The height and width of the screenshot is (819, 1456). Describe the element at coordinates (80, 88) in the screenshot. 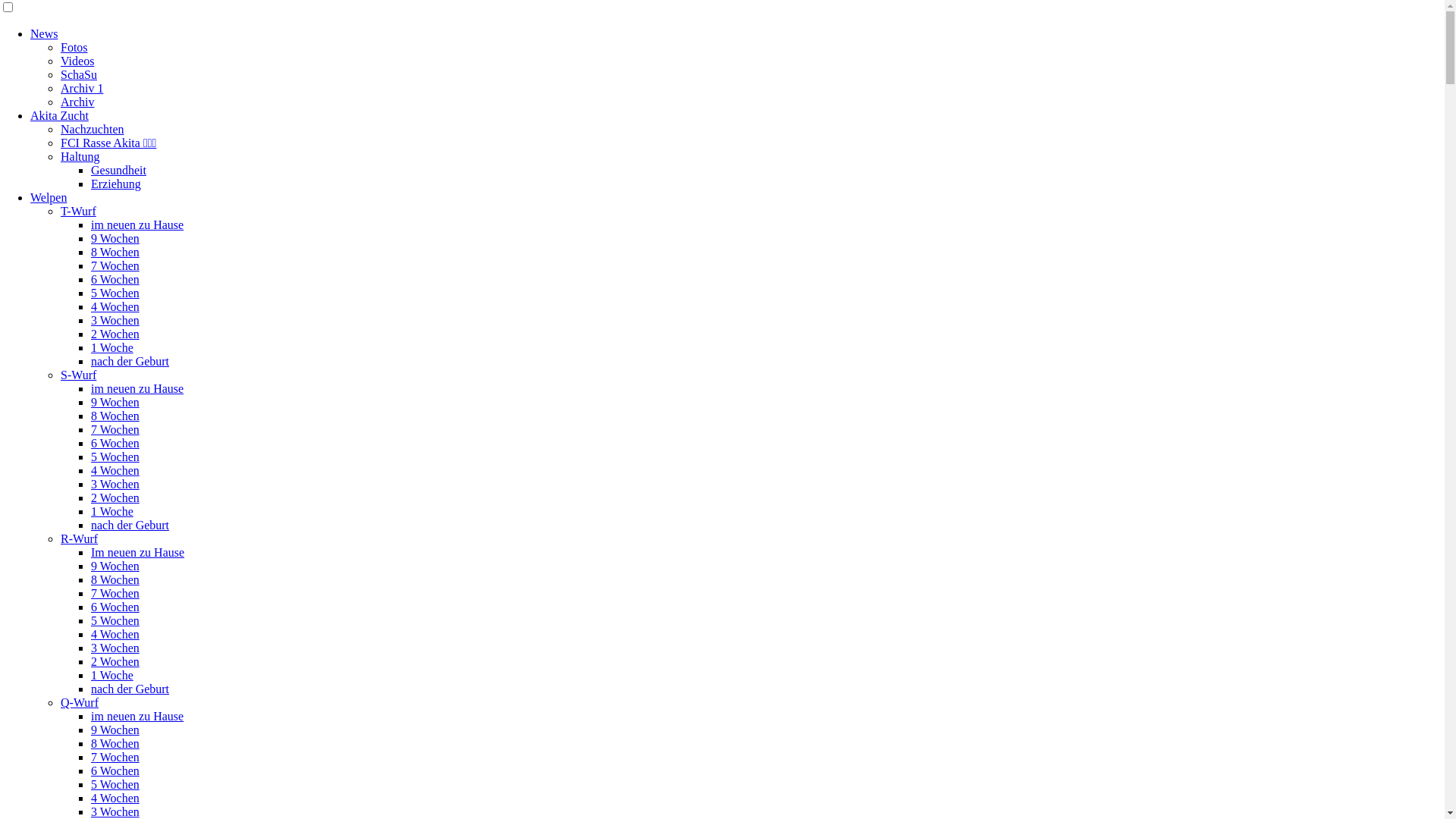

I see `'Archiv 1'` at that location.